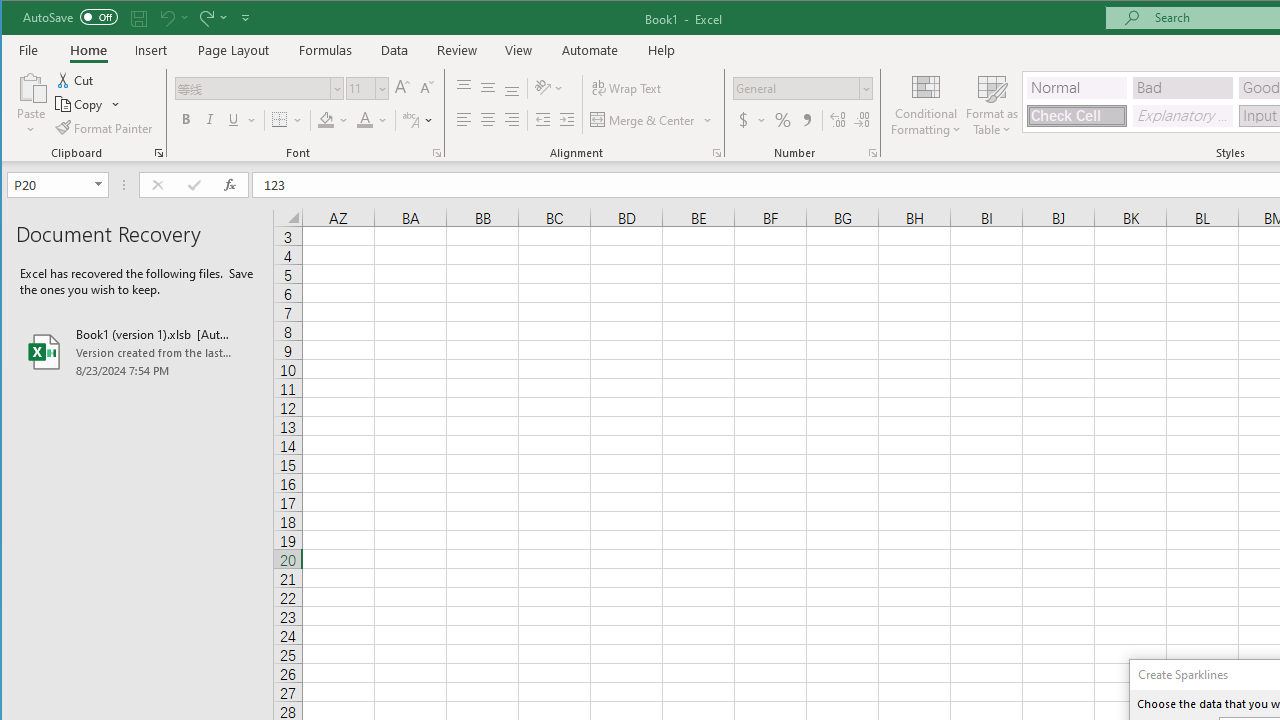  Describe the element at coordinates (862, 120) in the screenshot. I see `'Decrease Decimal'` at that location.